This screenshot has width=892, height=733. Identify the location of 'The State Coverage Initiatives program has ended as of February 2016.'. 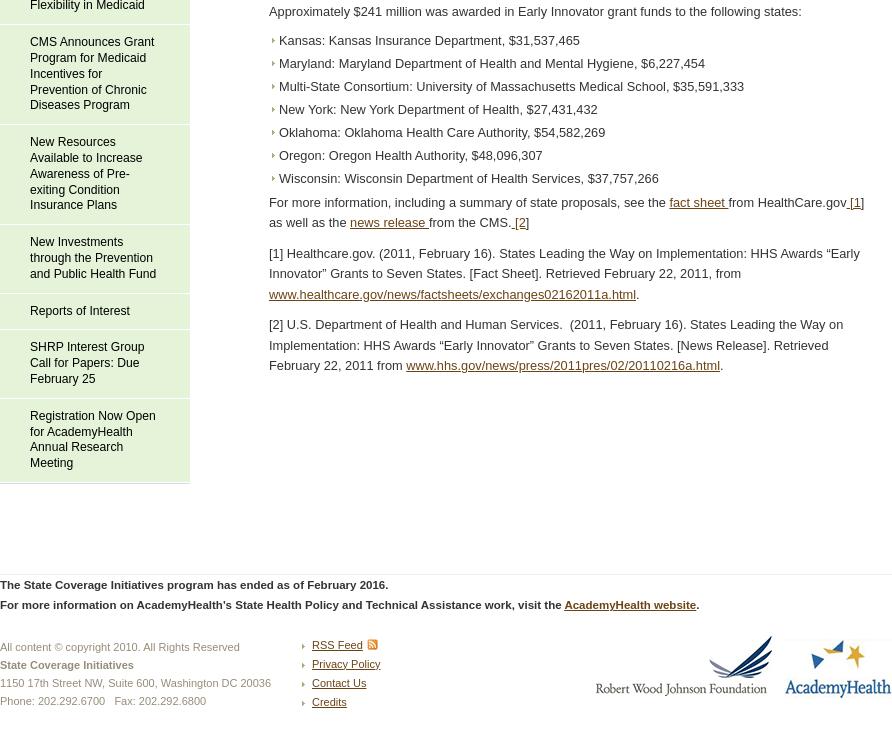
(193, 583).